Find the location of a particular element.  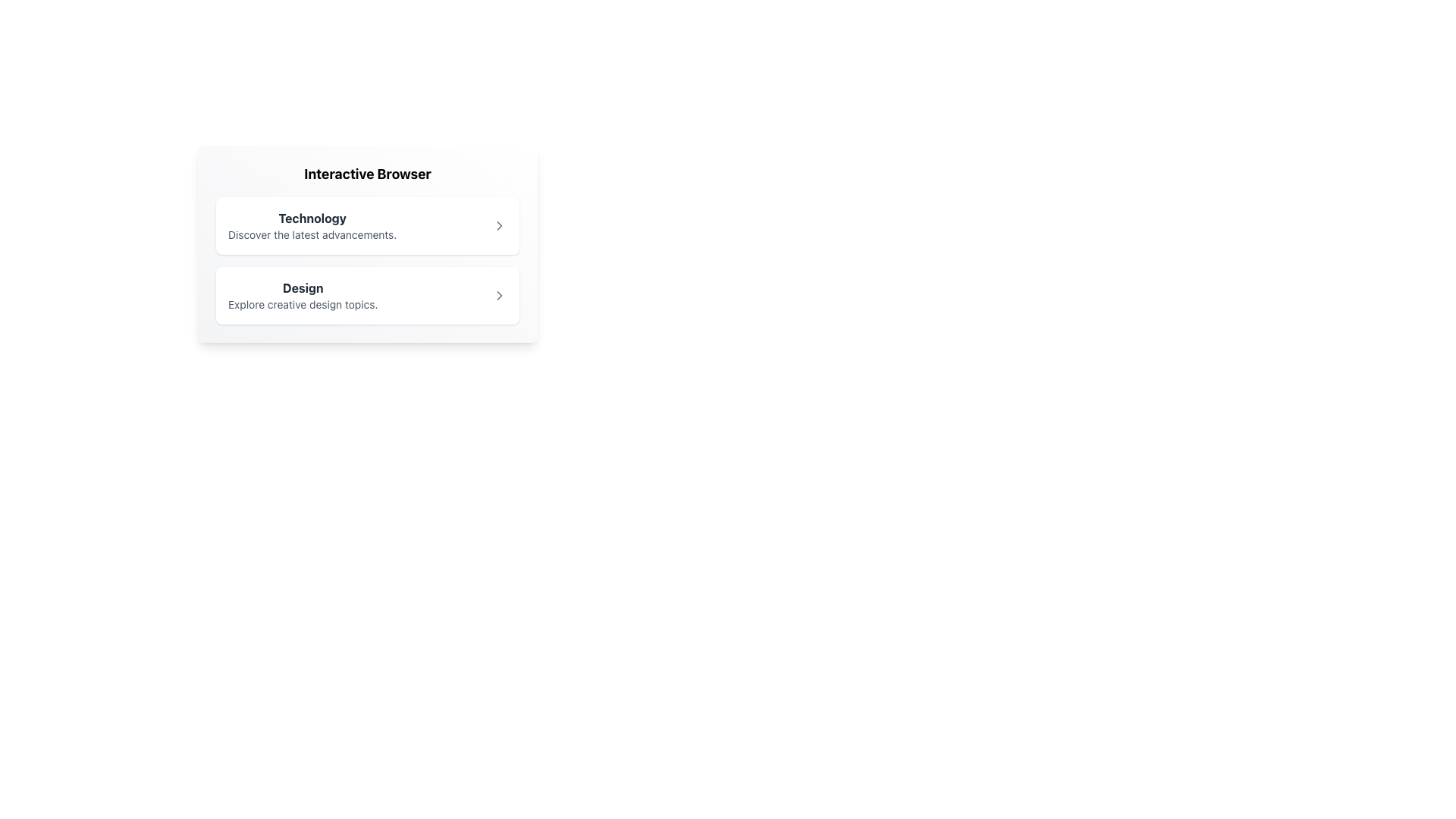

the navigational entry for the 'Design' category, located below the 'Technology' section in the middle portion of the interface is located at coordinates (303, 295).